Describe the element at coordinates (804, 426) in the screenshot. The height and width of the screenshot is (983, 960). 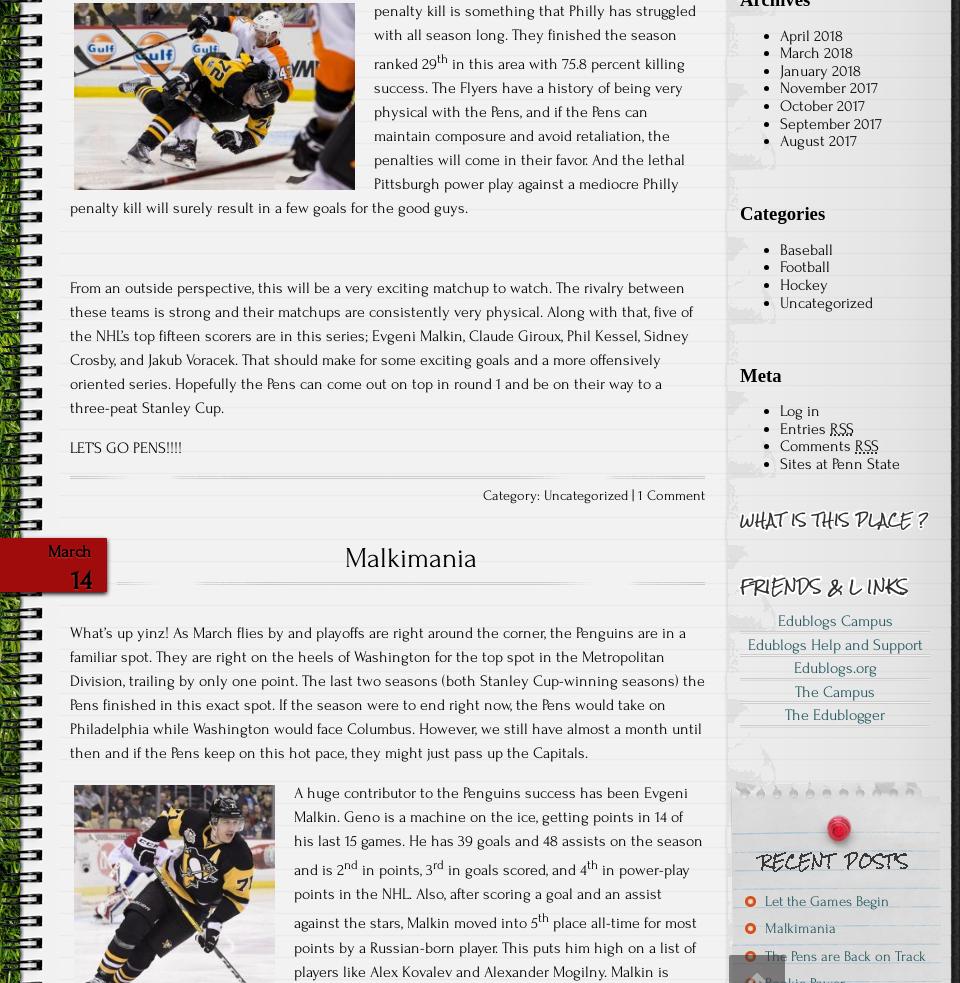
I see `'Entries'` at that location.